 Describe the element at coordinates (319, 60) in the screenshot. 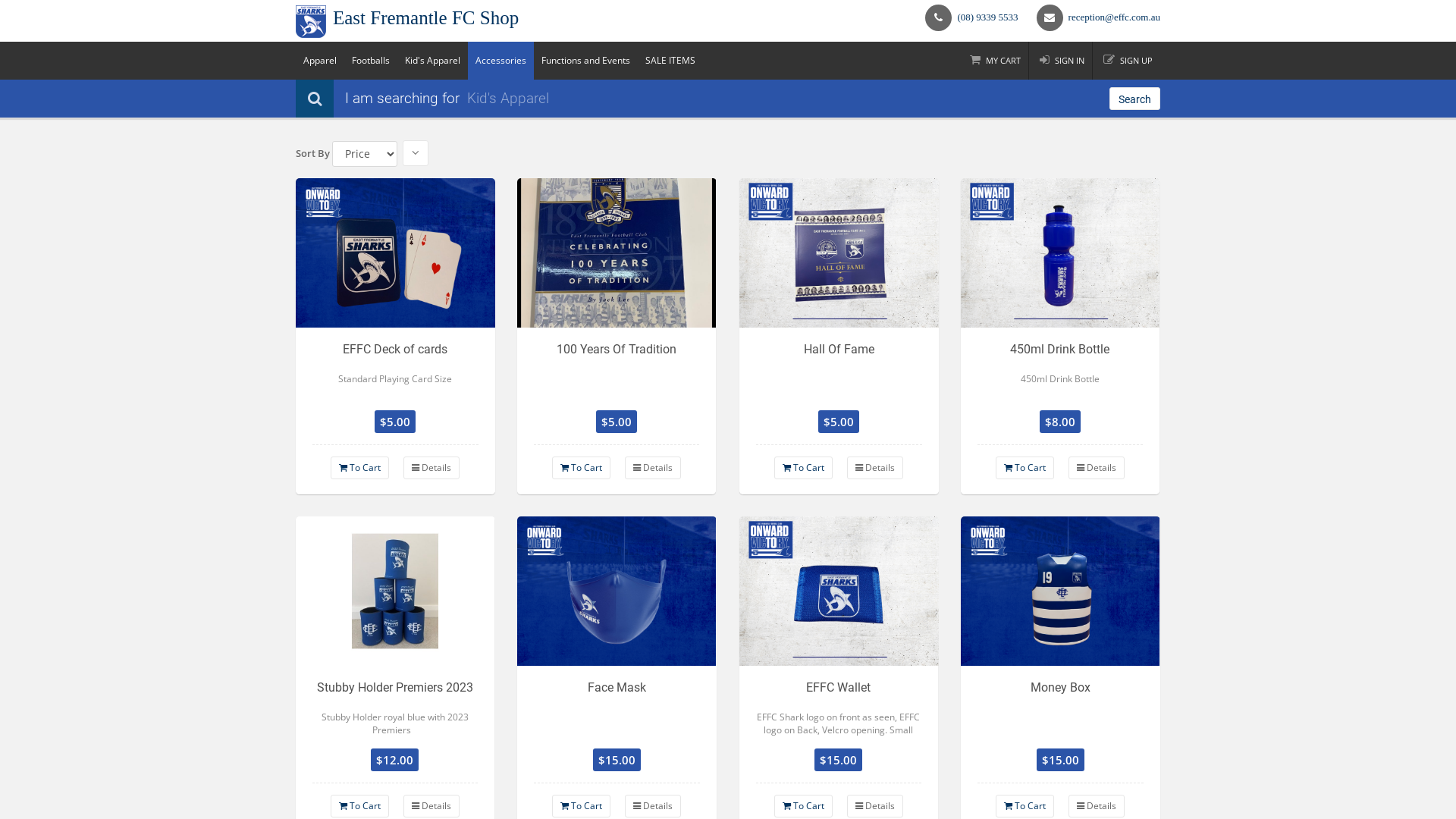

I see `'Apparel'` at that location.